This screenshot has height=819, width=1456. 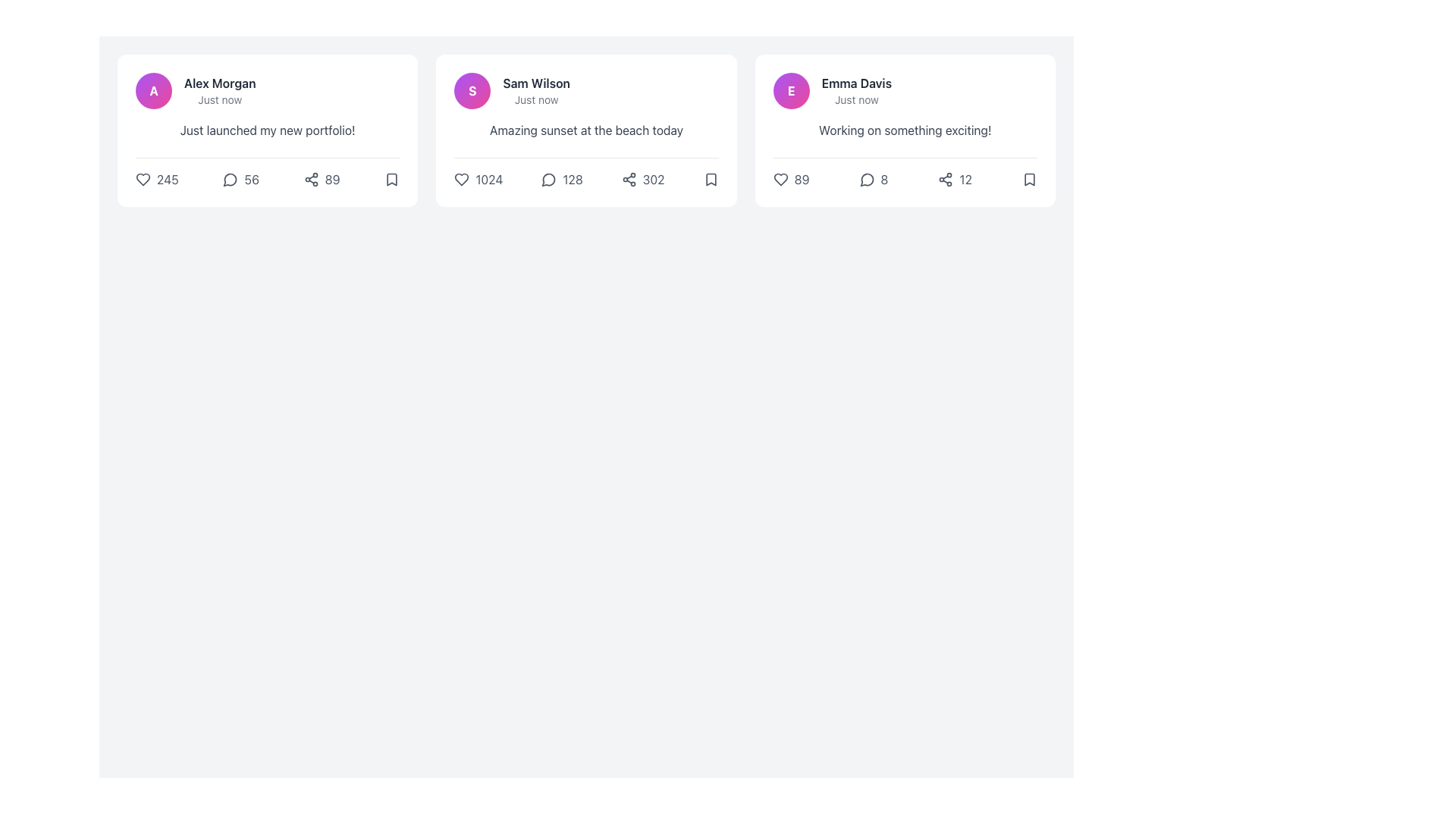 What do you see at coordinates (392, 178) in the screenshot?
I see `the bookmarking icon located in the bottom-right corner of the 'Alex Morgan' post card` at bounding box center [392, 178].